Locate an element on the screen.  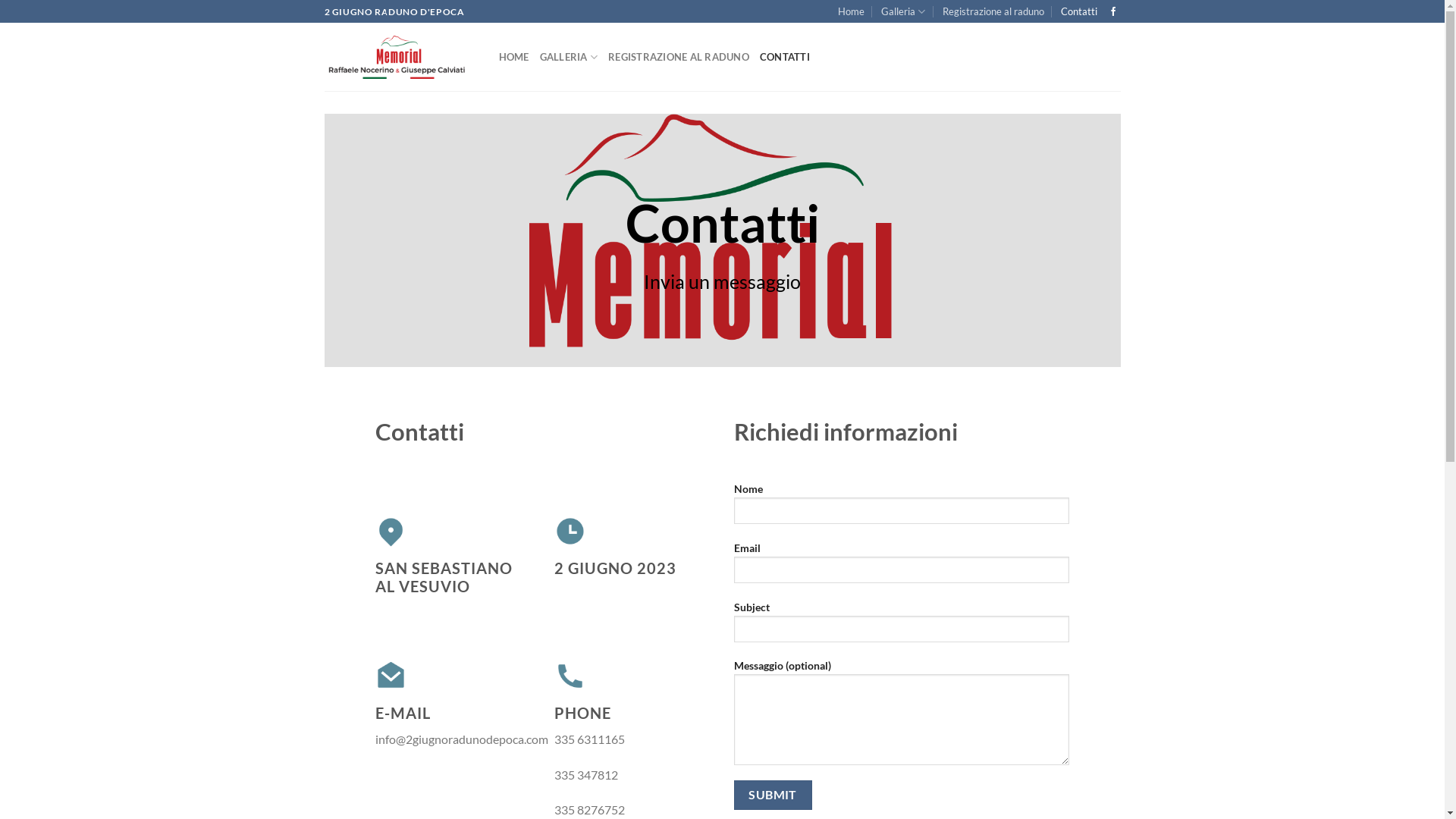
'Seguici su Facebook' is located at coordinates (1109, 11).